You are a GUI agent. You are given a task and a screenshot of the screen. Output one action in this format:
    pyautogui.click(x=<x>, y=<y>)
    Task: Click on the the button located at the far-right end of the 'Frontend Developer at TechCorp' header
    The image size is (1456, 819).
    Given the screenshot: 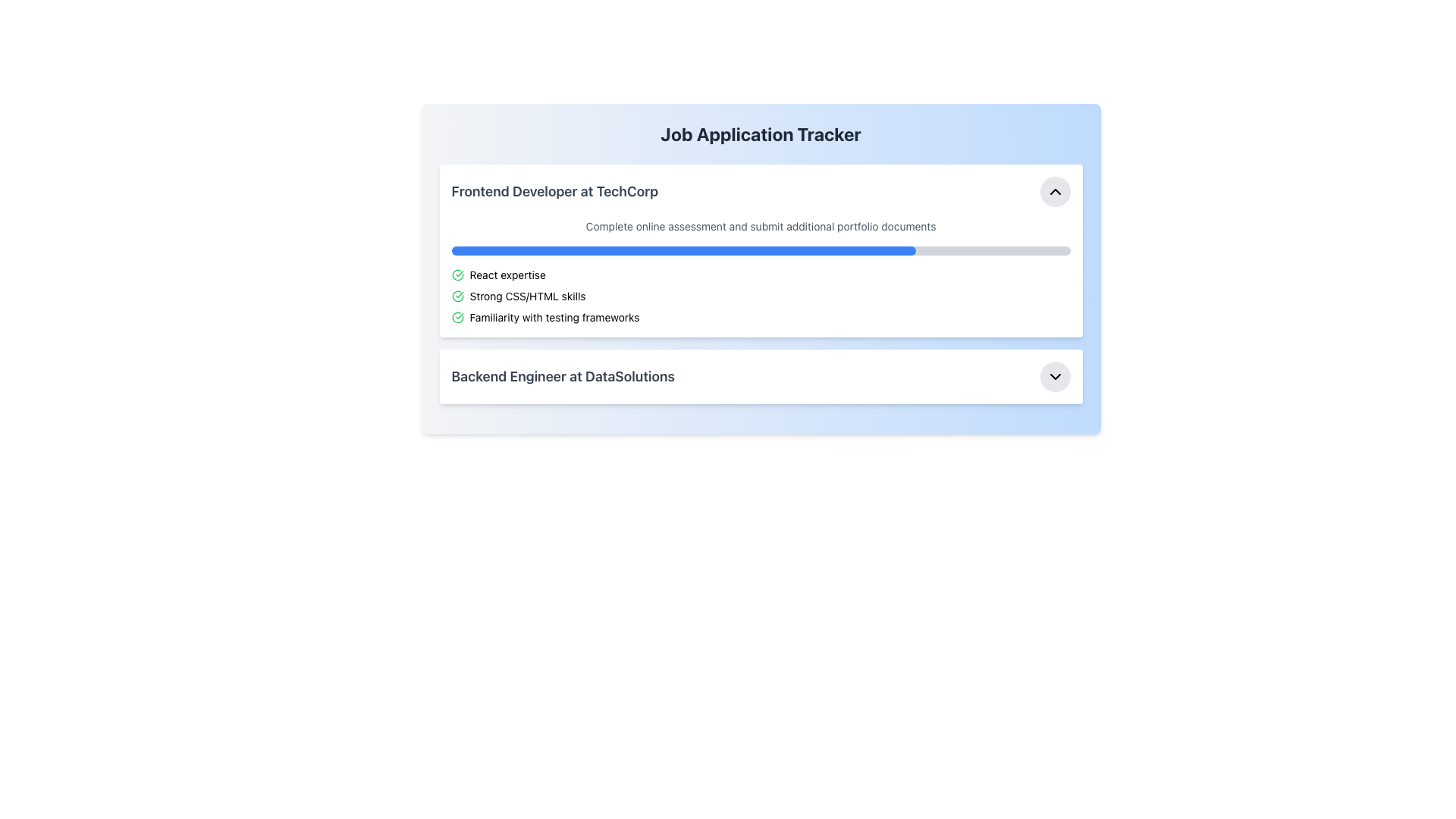 What is the action you would take?
    pyautogui.click(x=1054, y=191)
    